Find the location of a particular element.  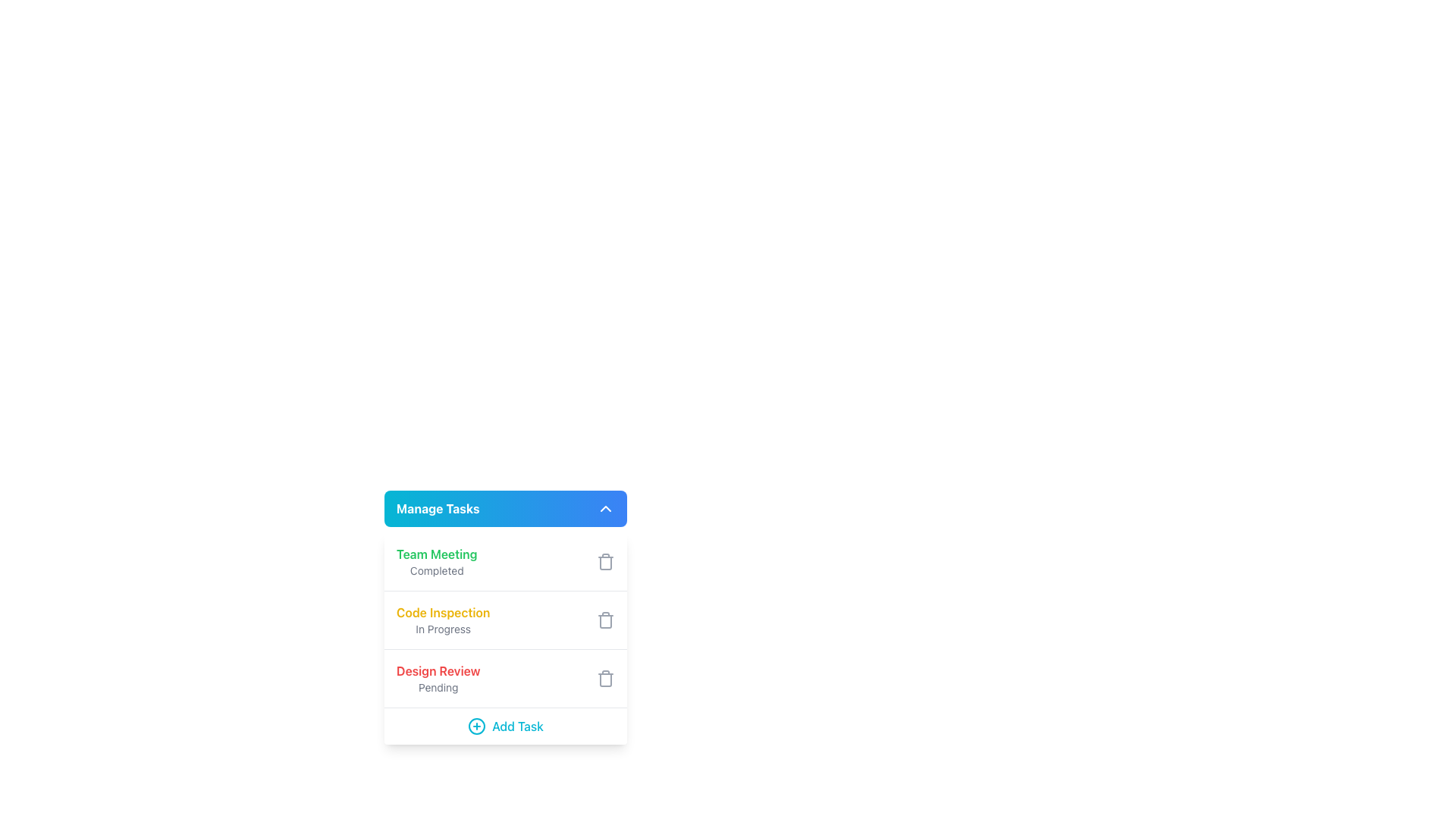

the circular interactive graphical icon located at the bottom of the task management panel, to the left of the 'Add Task' text label is located at coordinates (475, 725).